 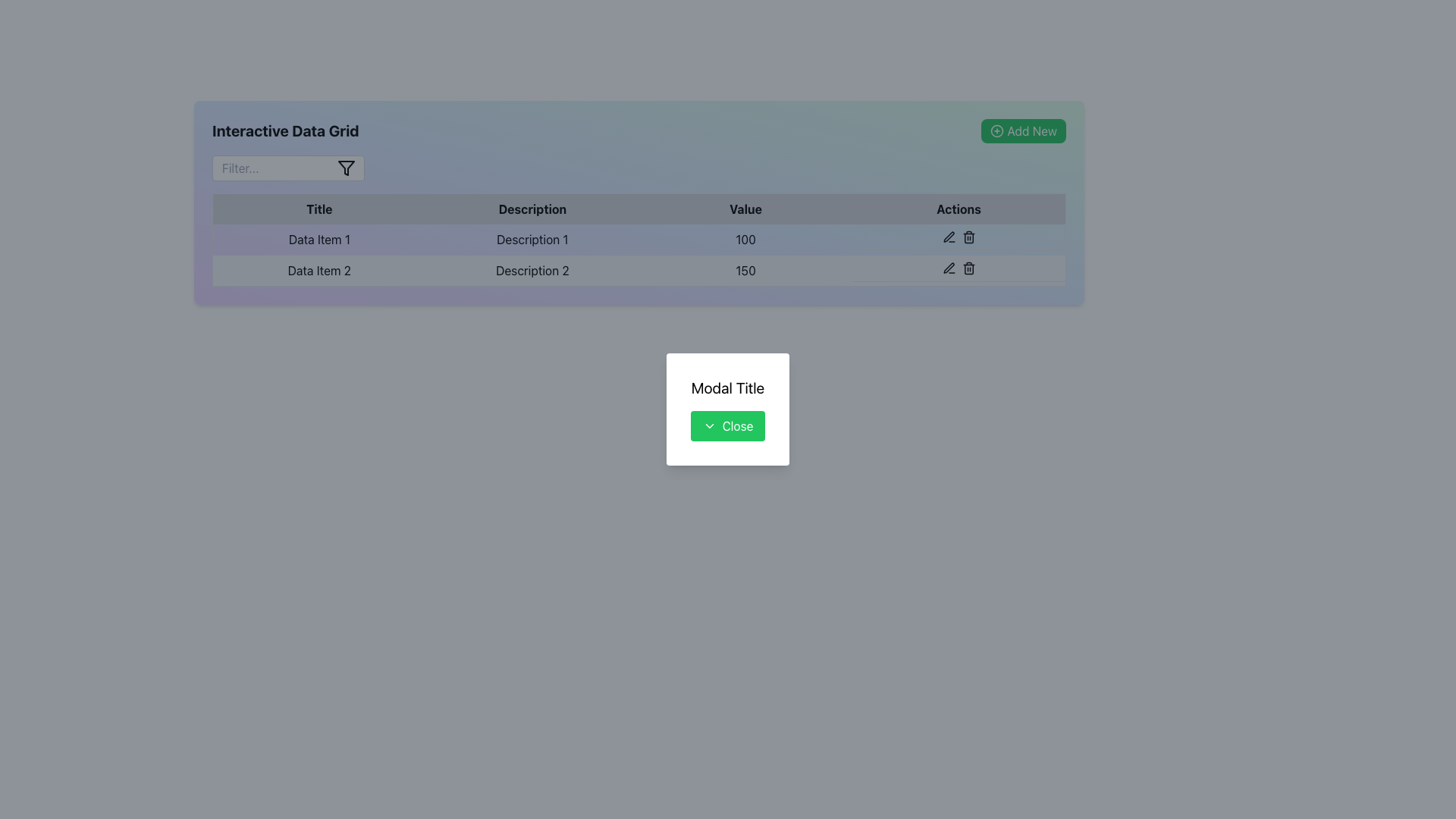 What do you see at coordinates (532, 270) in the screenshot?
I see `the descriptive text element located in the second row of the data grid table under the 'Description' column` at bounding box center [532, 270].